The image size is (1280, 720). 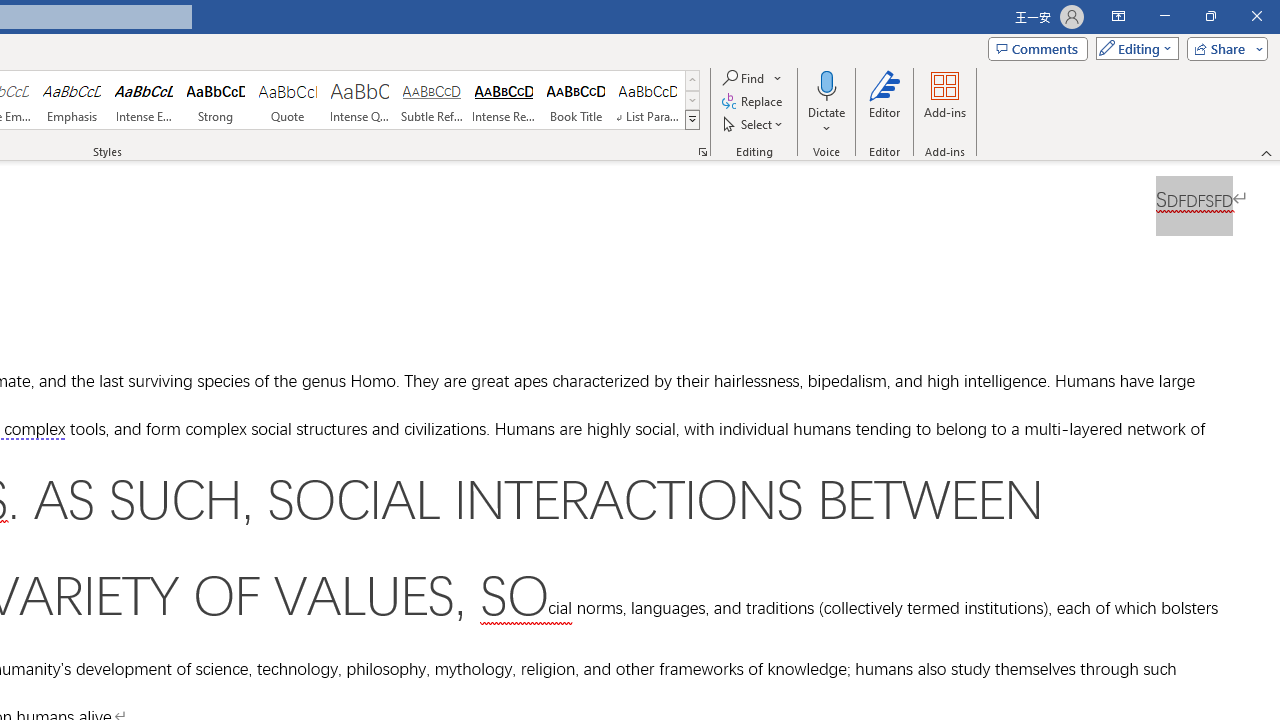 I want to click on 'Intense Emphasis', so click(x=143, y=100).